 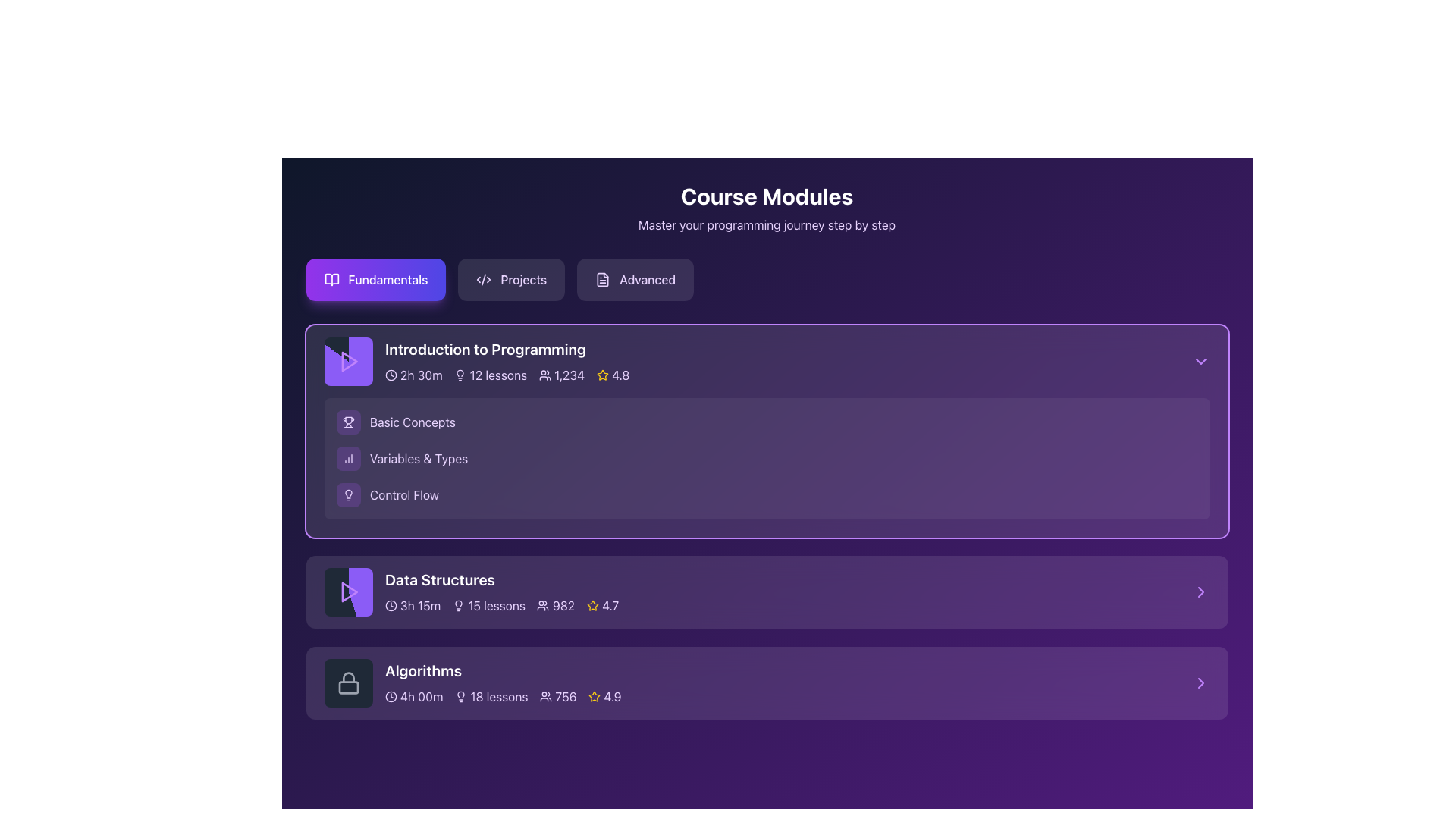 What do you see at coordinates (601, 375) in the screenshot?
I see `the star rating icon located in the top course module section, adjacent to the rating score '4.8'` at bounding box center [601, 375].